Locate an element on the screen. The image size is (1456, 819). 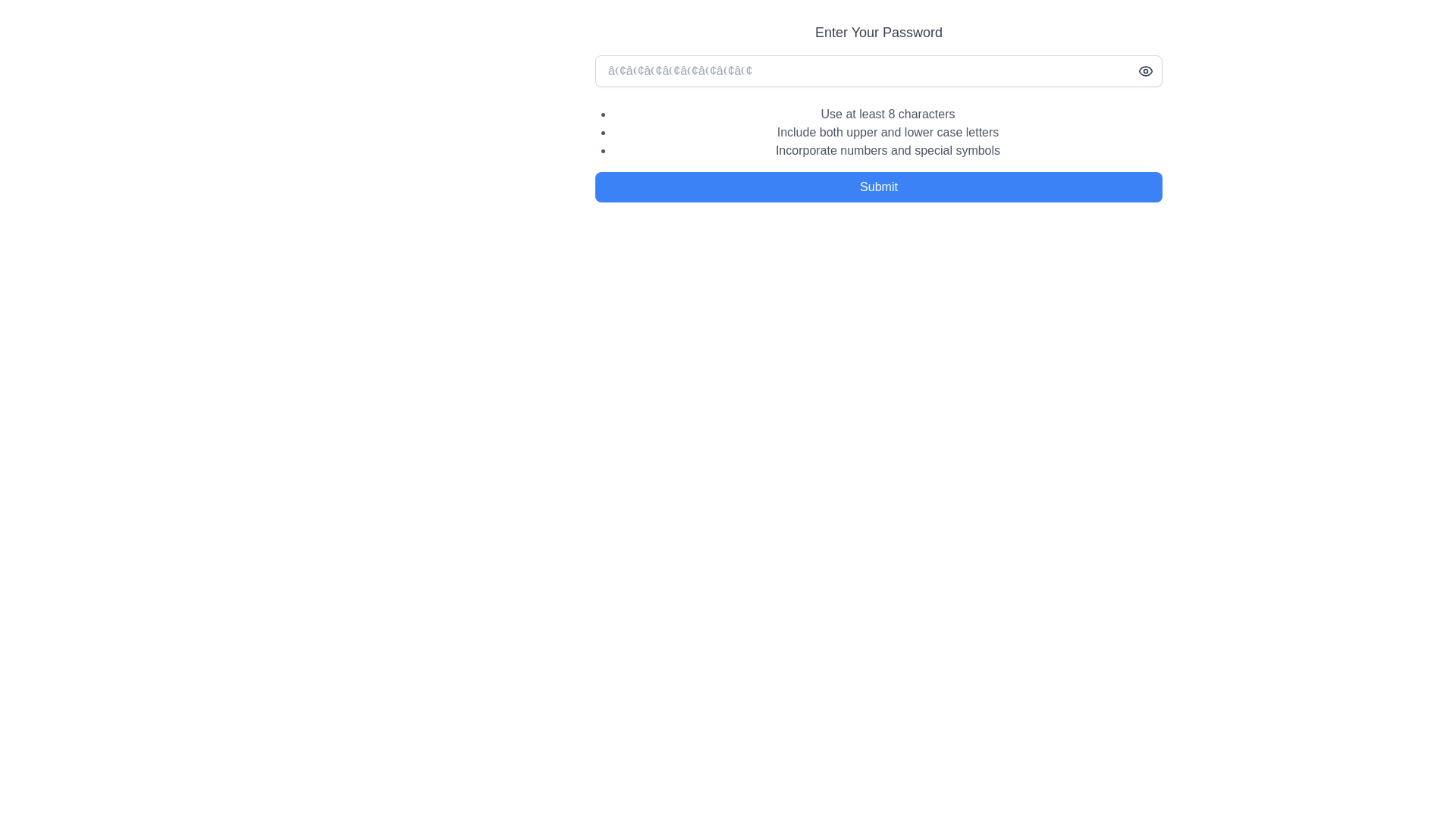
the text element that reads 'Incorporate numbers and special symbols', which is the third bullet point in a list of instructions below the password entry field is located at coordinates (888, 151).